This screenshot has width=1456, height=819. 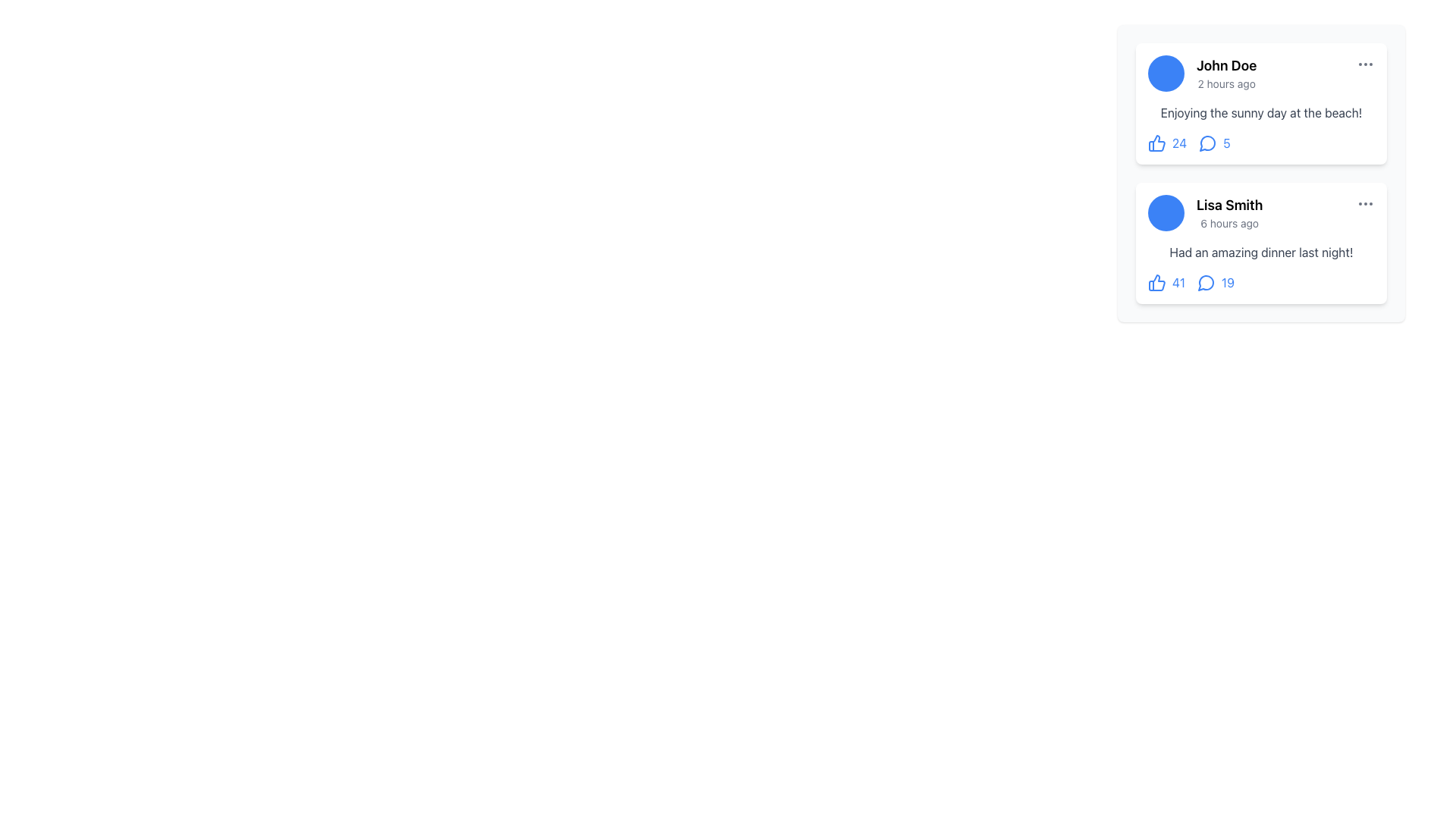 I want to click on the thumbs-up icon, outlined in blue, representing the 'like' feature, located to the left of the numerical count '24' in the top card of two displayed cards, so click(x=1156, y=143).